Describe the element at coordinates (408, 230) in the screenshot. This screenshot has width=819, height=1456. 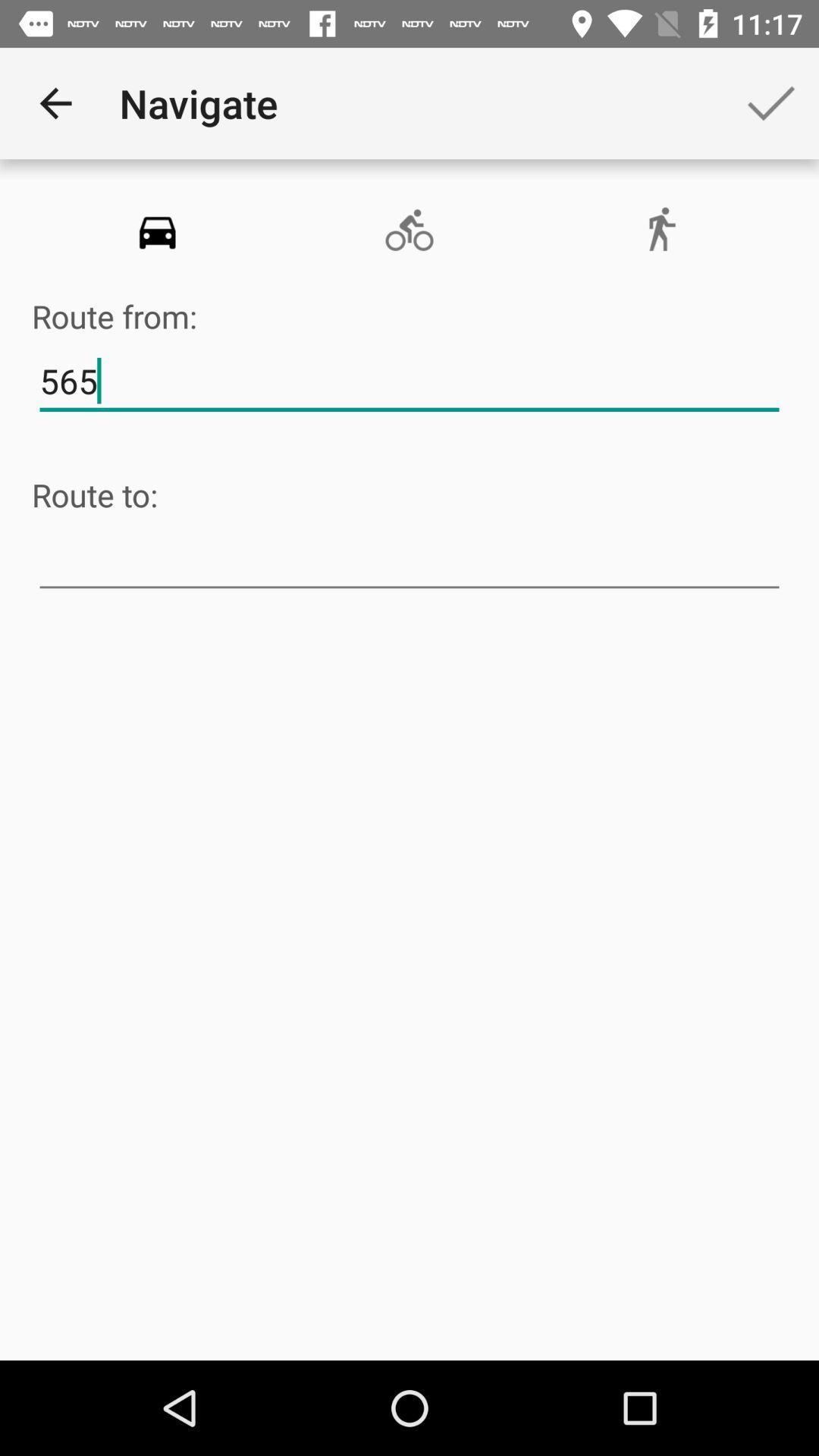
I see `item above the 565` at that location.